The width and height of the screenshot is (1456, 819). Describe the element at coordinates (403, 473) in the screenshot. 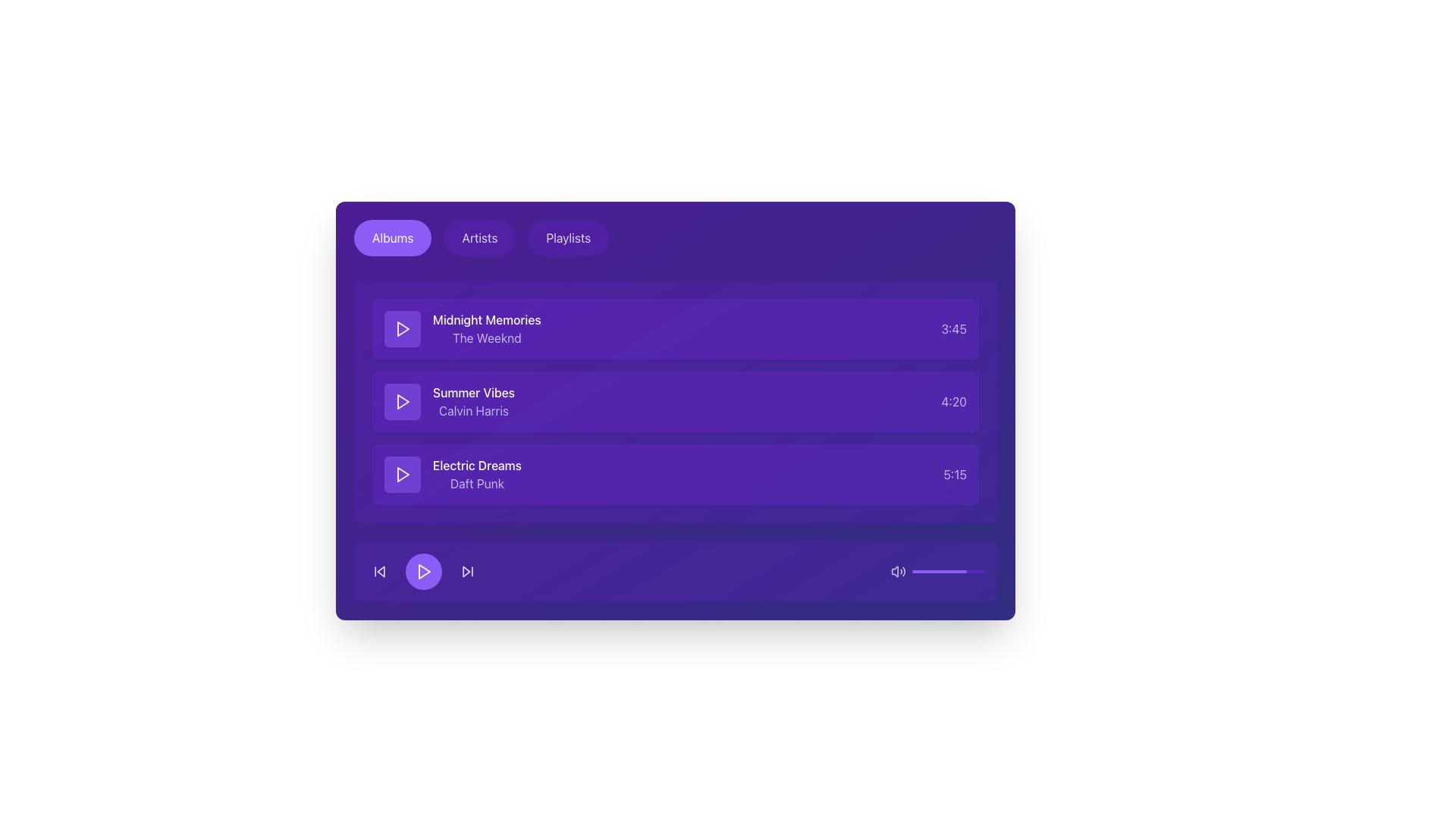

I see `the triangular-shaped play button icon with a purple background located within the 'Electric Dreams' list item by 'Daft Punk' to initiate playback` at that location.